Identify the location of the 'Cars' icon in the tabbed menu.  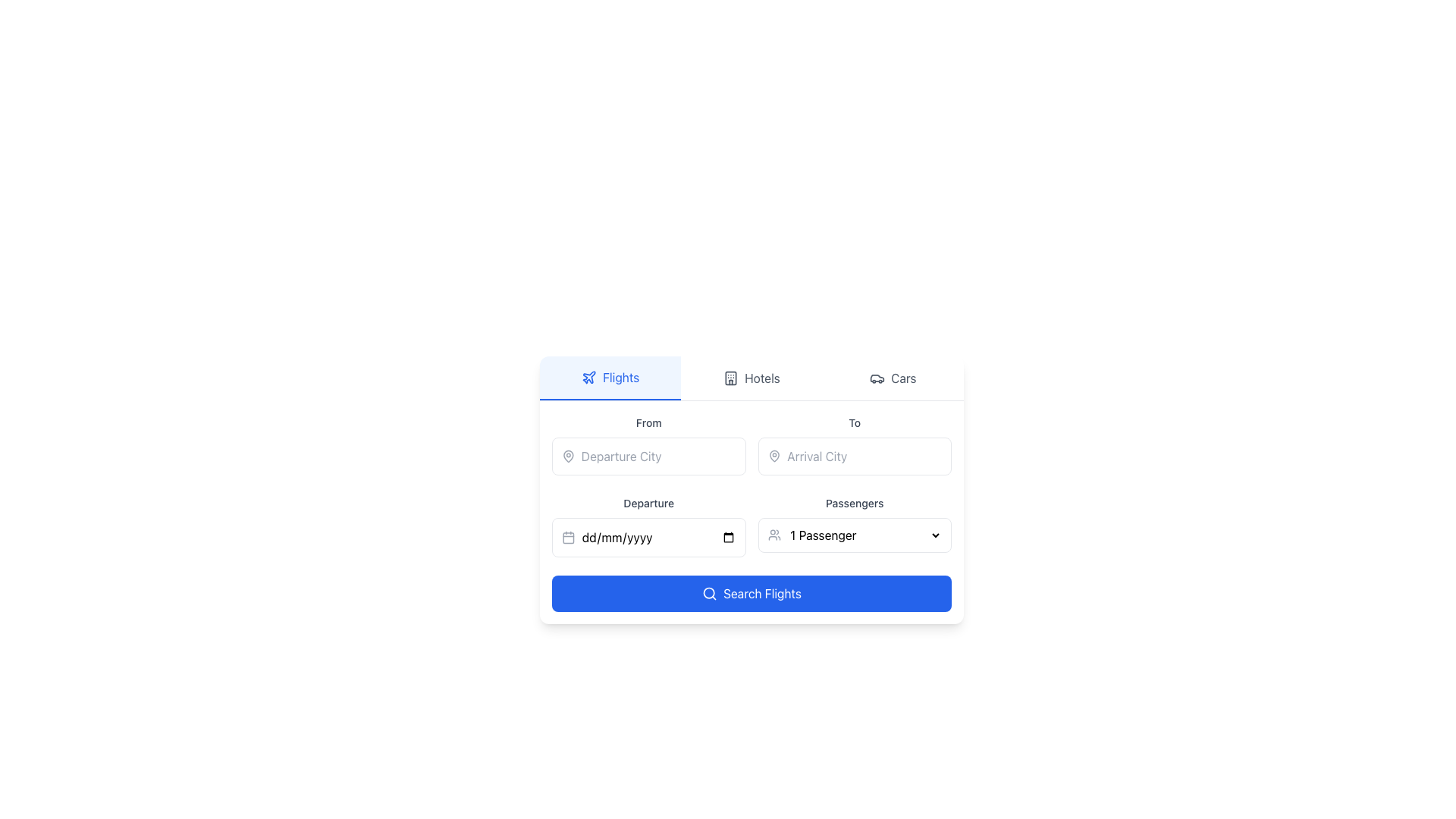
(877, 377).